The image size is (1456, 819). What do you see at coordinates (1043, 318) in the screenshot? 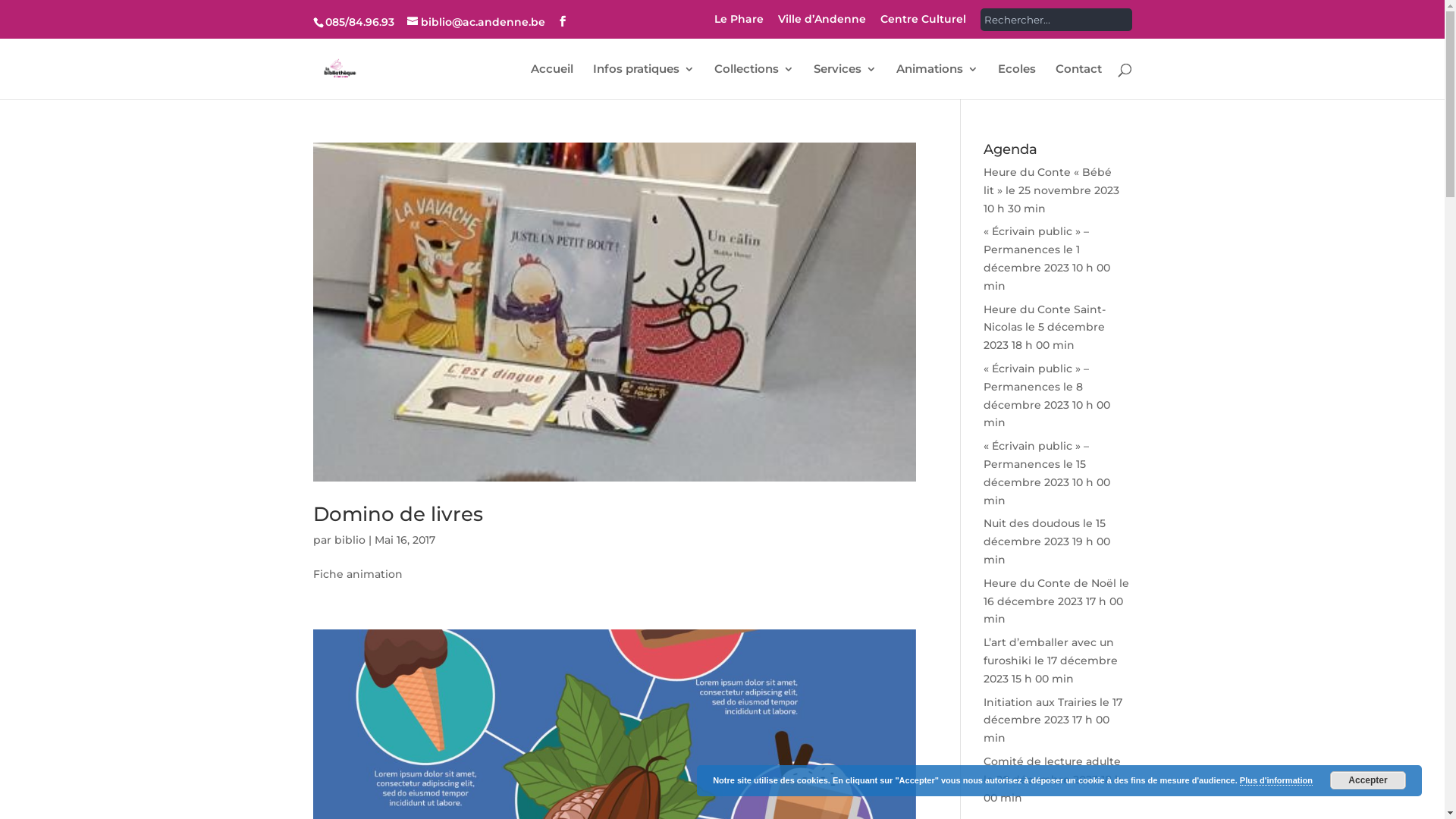
I see `'Heure du Conte Saint-Nicolas'` at bounding box center [1043, 318].